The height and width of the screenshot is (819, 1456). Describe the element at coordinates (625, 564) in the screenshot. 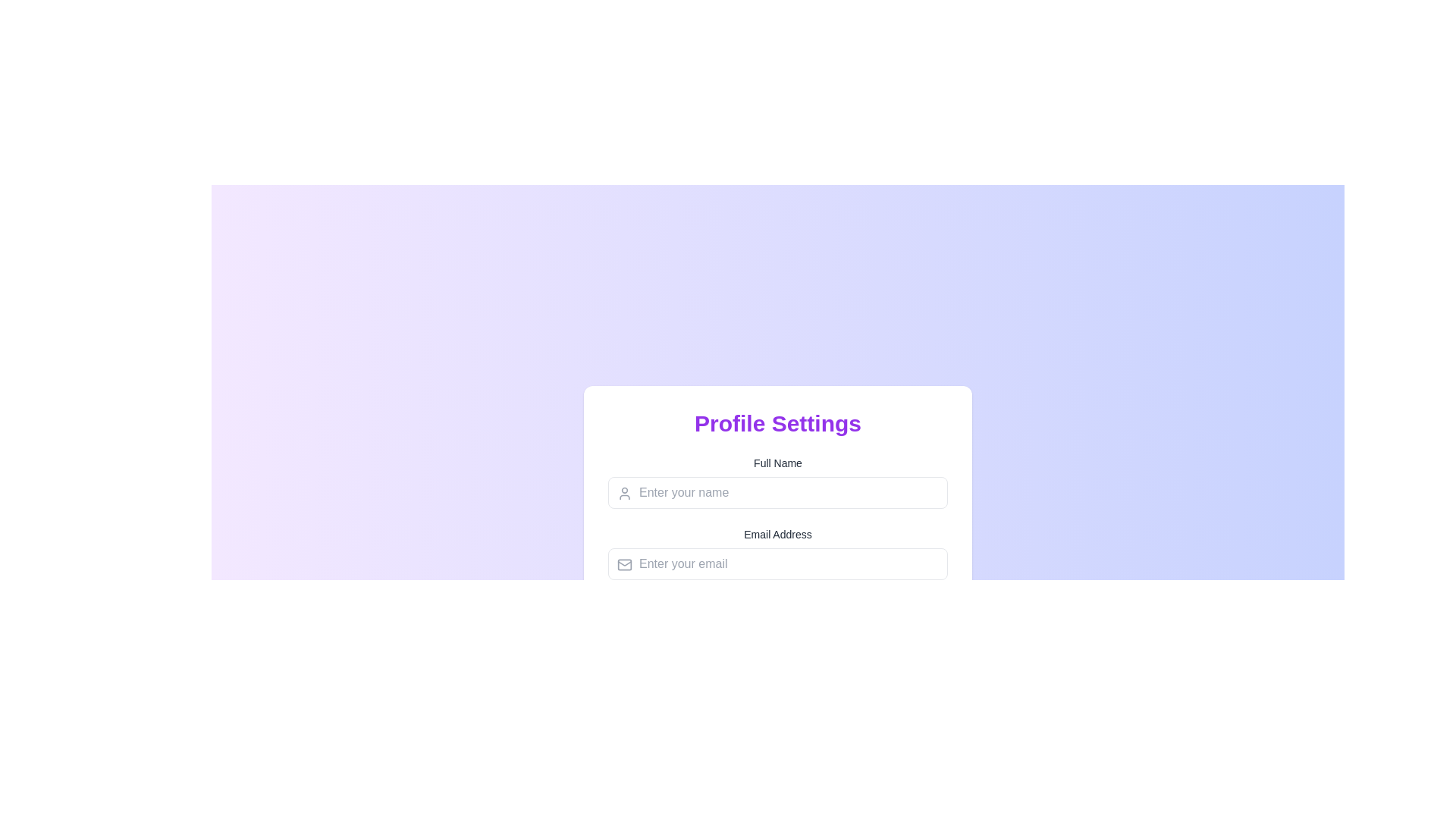

I see `the email envelope icon located beside the 'Email Address' text input field` at that location.